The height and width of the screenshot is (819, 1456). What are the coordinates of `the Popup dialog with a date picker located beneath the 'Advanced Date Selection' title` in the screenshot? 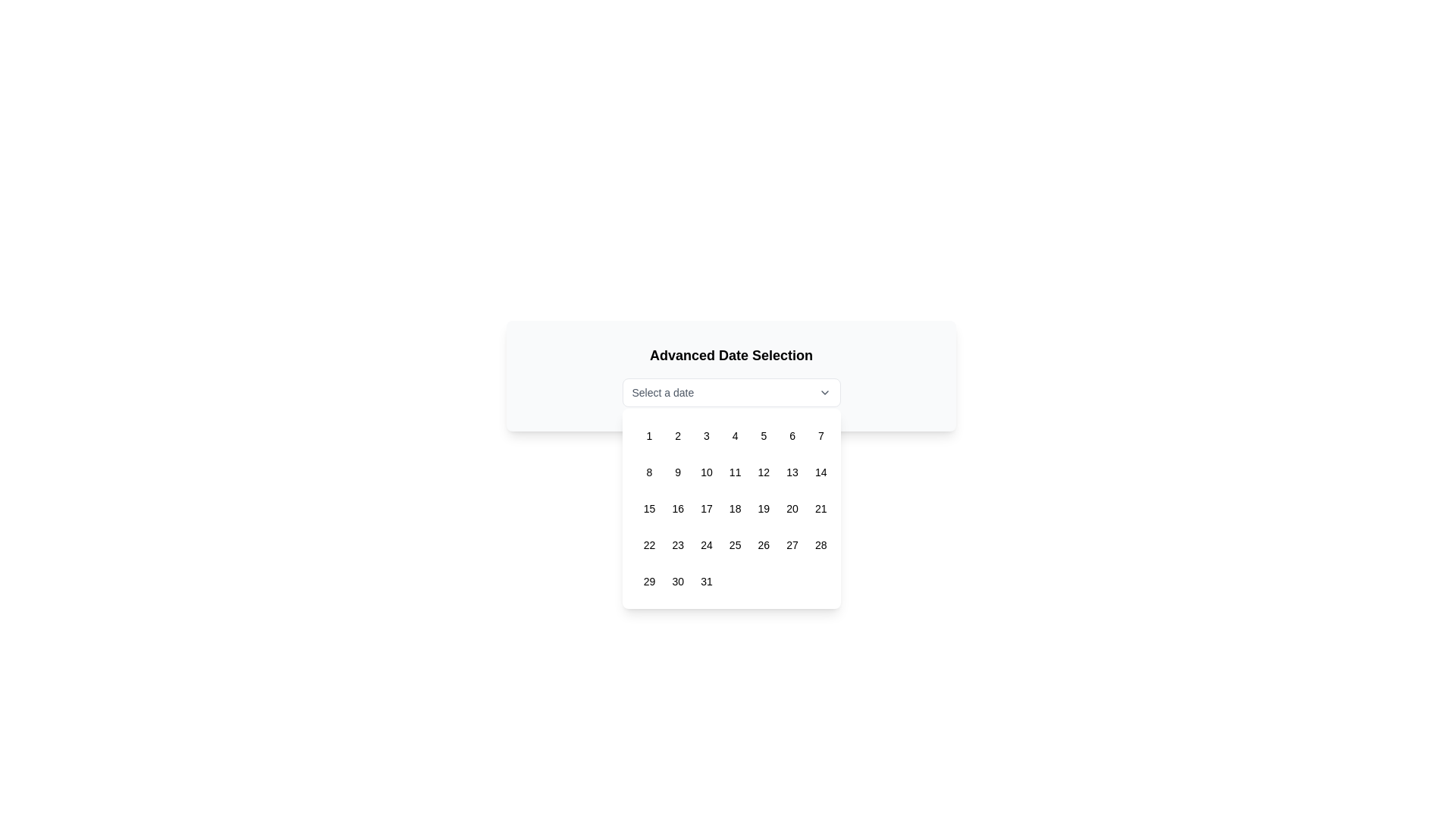 It's located at (731, 497).